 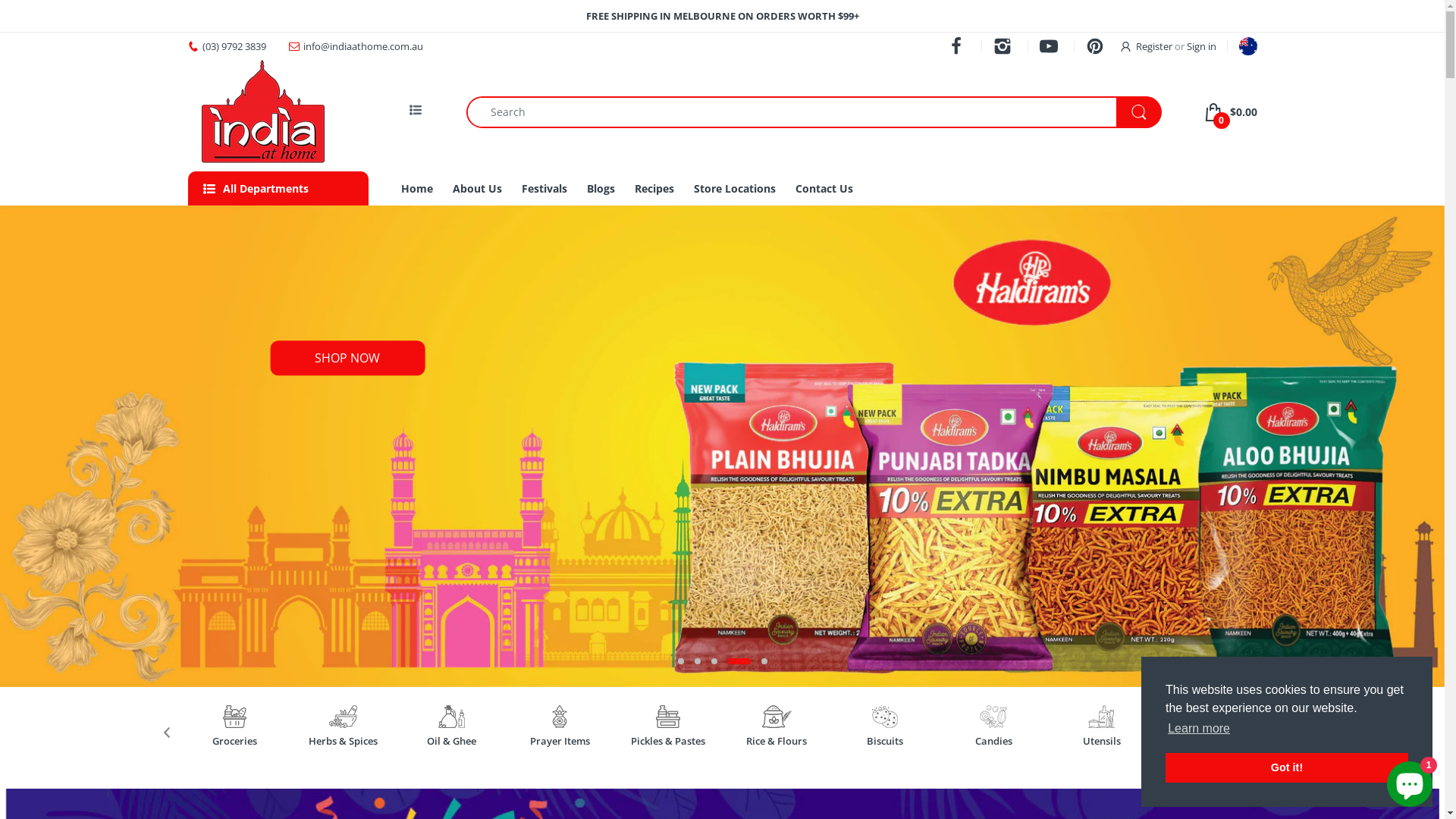 What do you see at coordinates (1102, 740) in the screenshot?
I see `'Utensils'` at bounding box center [1102, 740].